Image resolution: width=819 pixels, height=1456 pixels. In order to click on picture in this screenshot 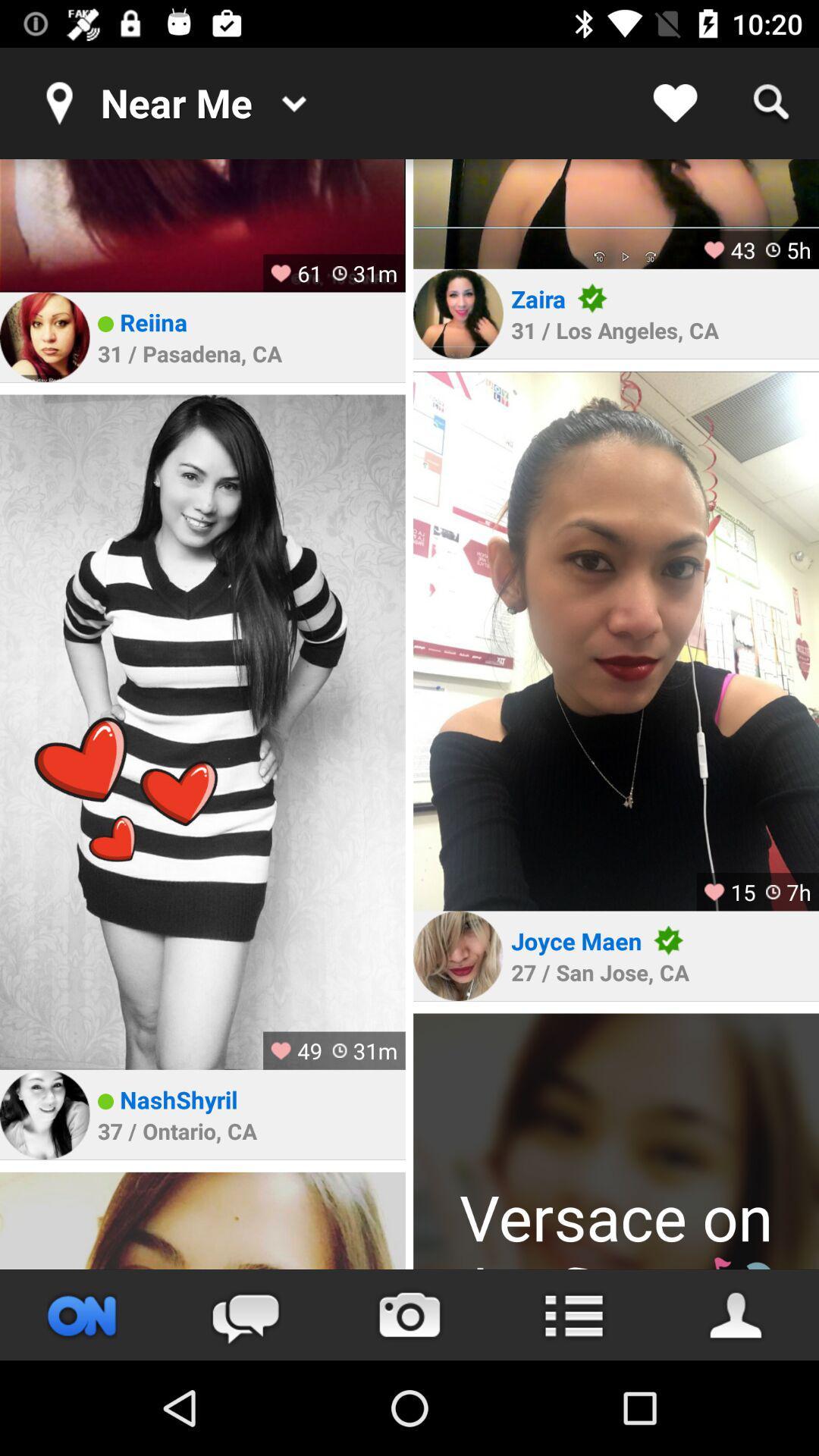, I will do `click(202, 224)`.